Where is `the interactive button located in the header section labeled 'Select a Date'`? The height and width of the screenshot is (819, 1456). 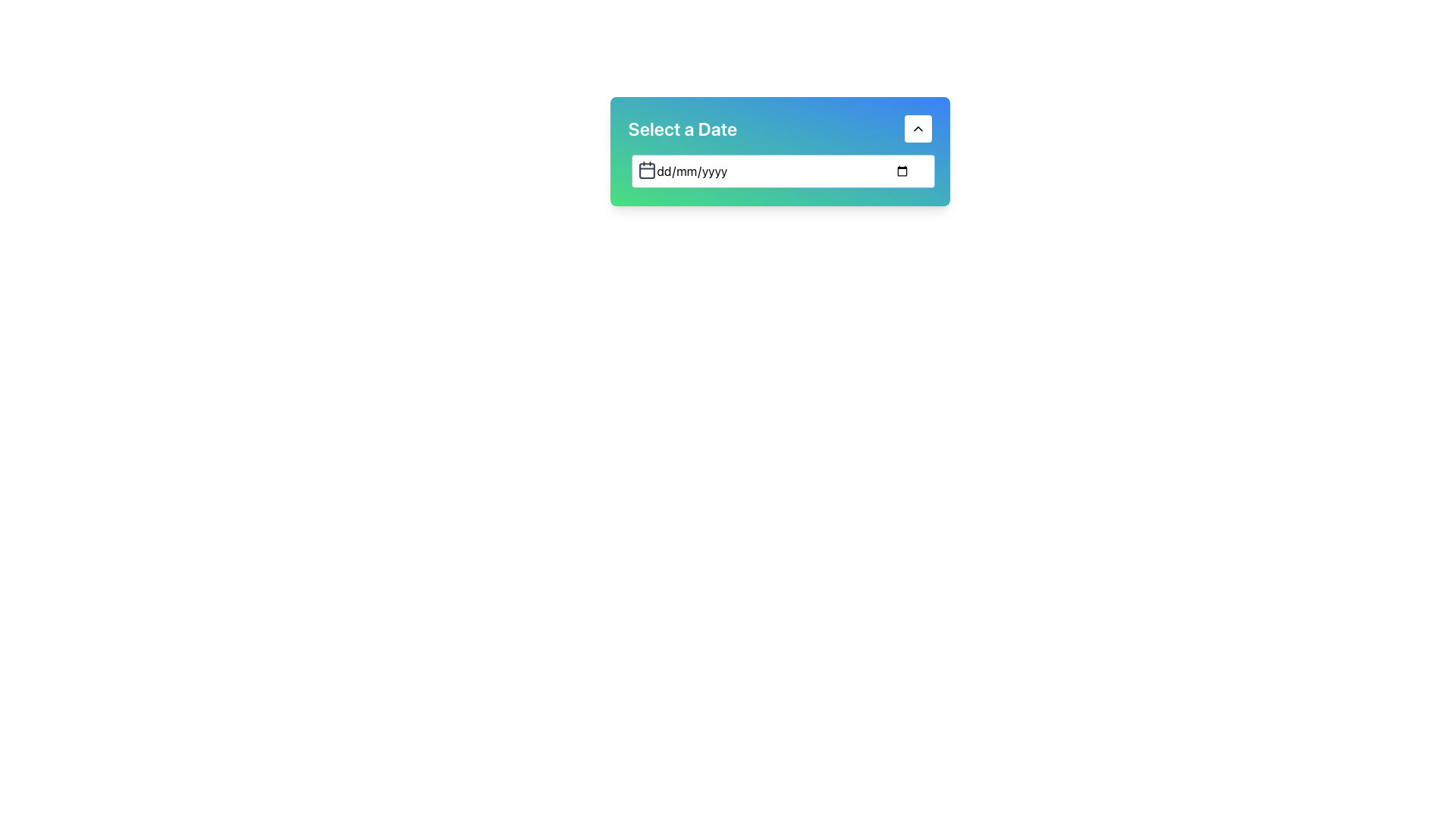
the interactive button located in the header section labeled 'Select a Date' is located at coordinates (917, 127).